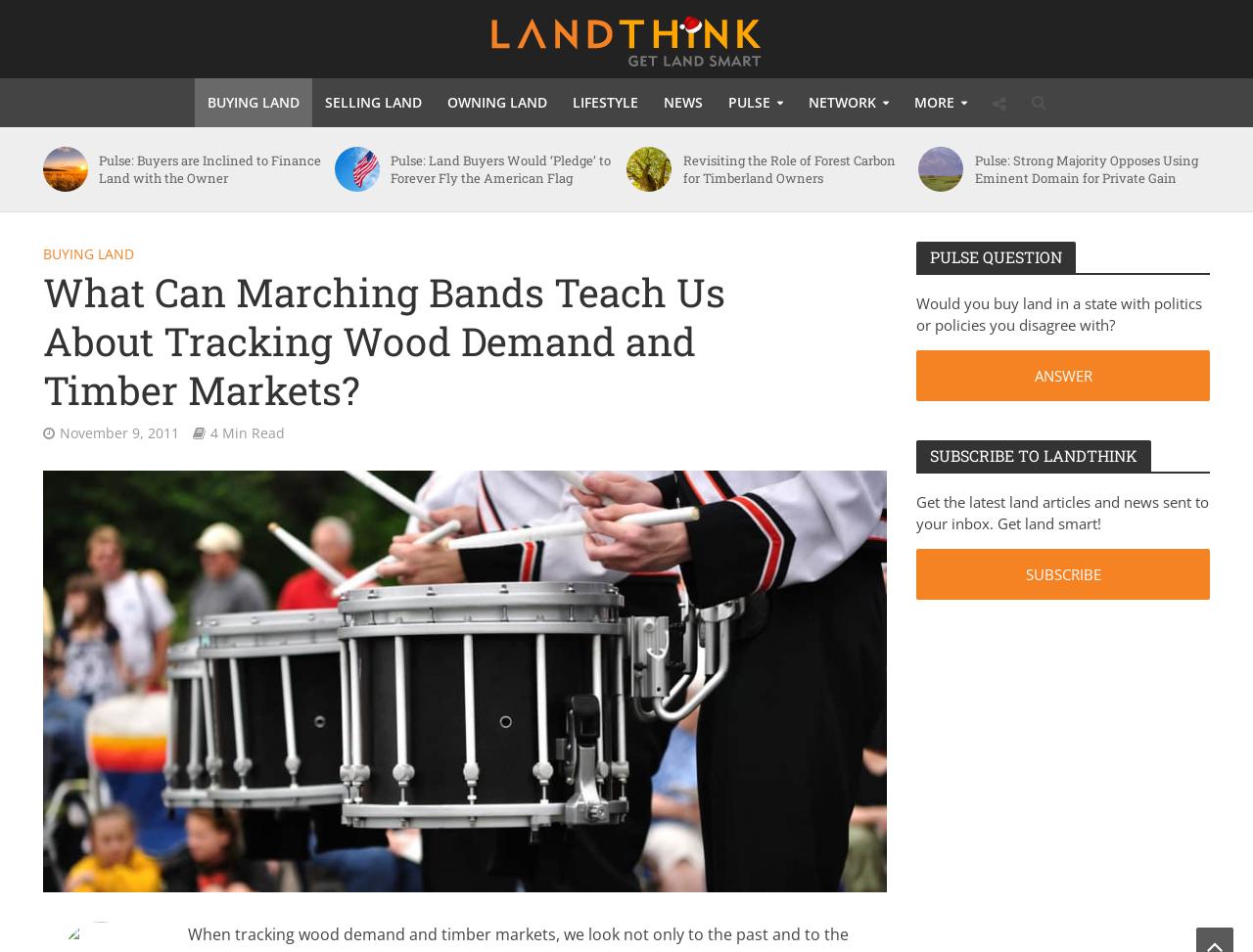 Image resolution: width=1253 pixels, height=952 pixels. I want to click on 'SUBSCRIBE', so click(1061, 574).